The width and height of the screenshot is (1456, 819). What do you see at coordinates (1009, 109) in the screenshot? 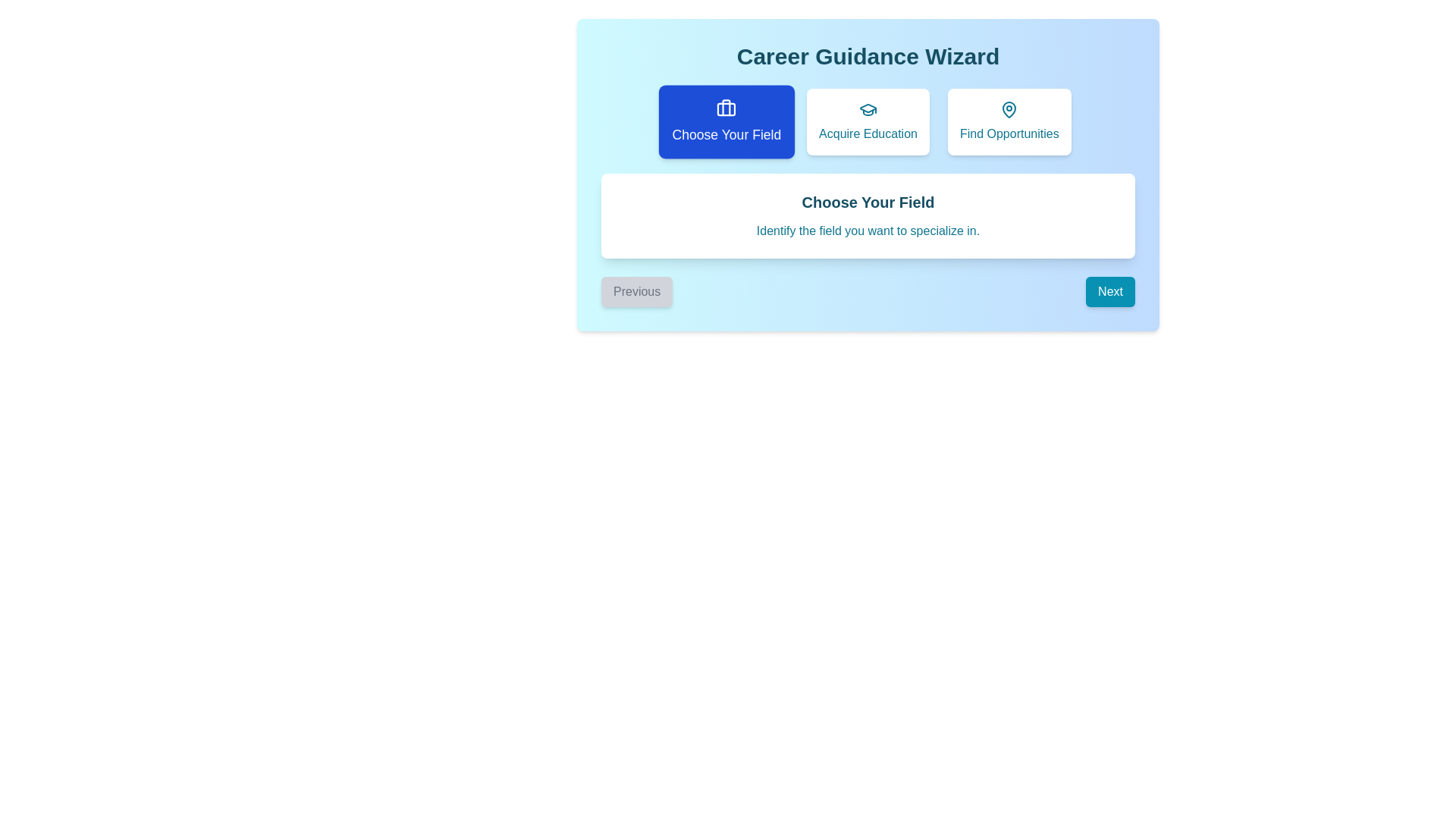
I see `the small pin icon styled as a map location marker located at the top center of the 'Find Opportunities' card, which is part of a three-item navigation group` at bounding box center [1009, 109].